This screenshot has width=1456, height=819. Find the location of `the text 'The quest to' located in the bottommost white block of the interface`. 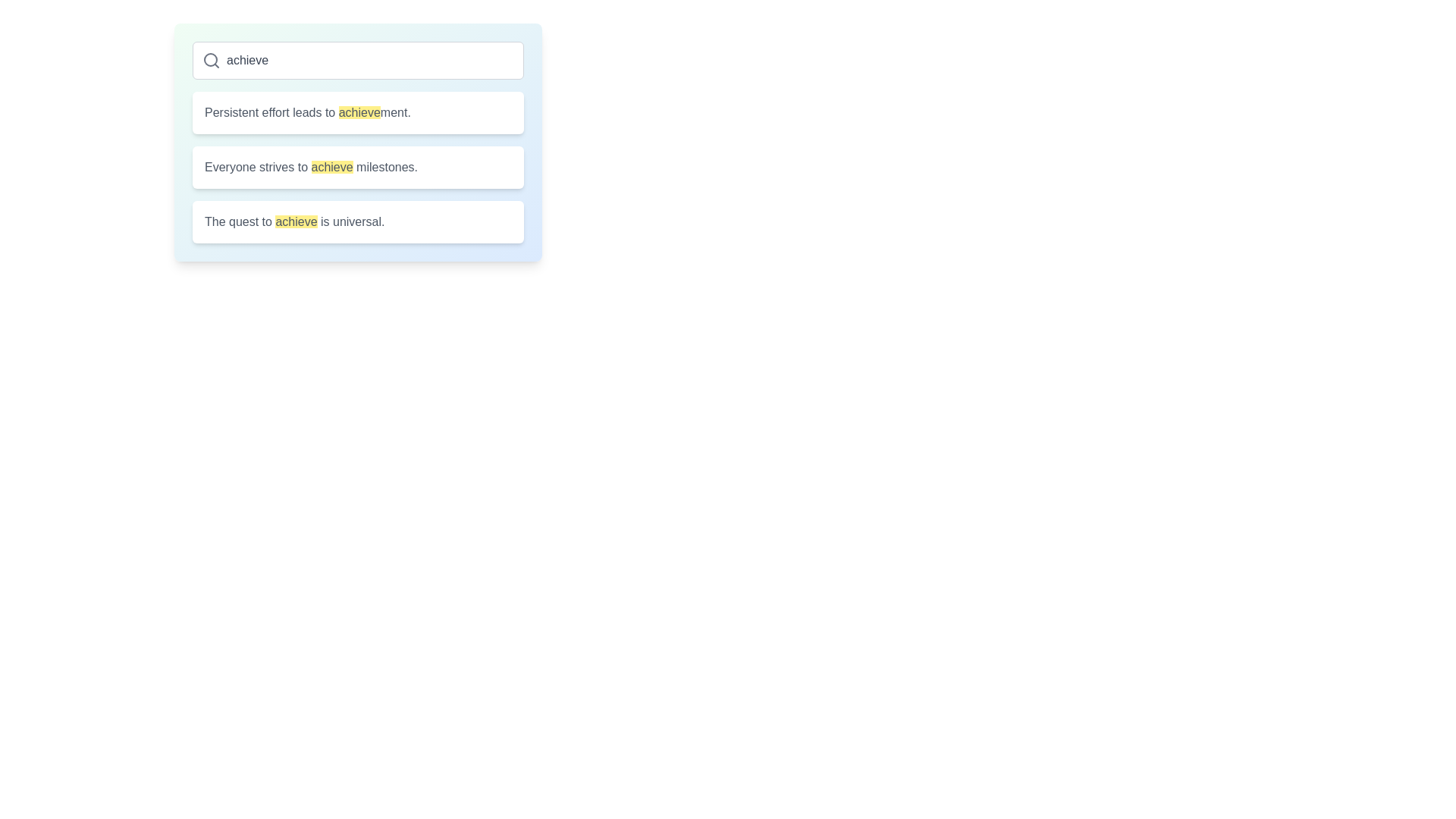

the text 'The quest to' located in the bottommost white block of the interface is located at coordinates (239, 221).